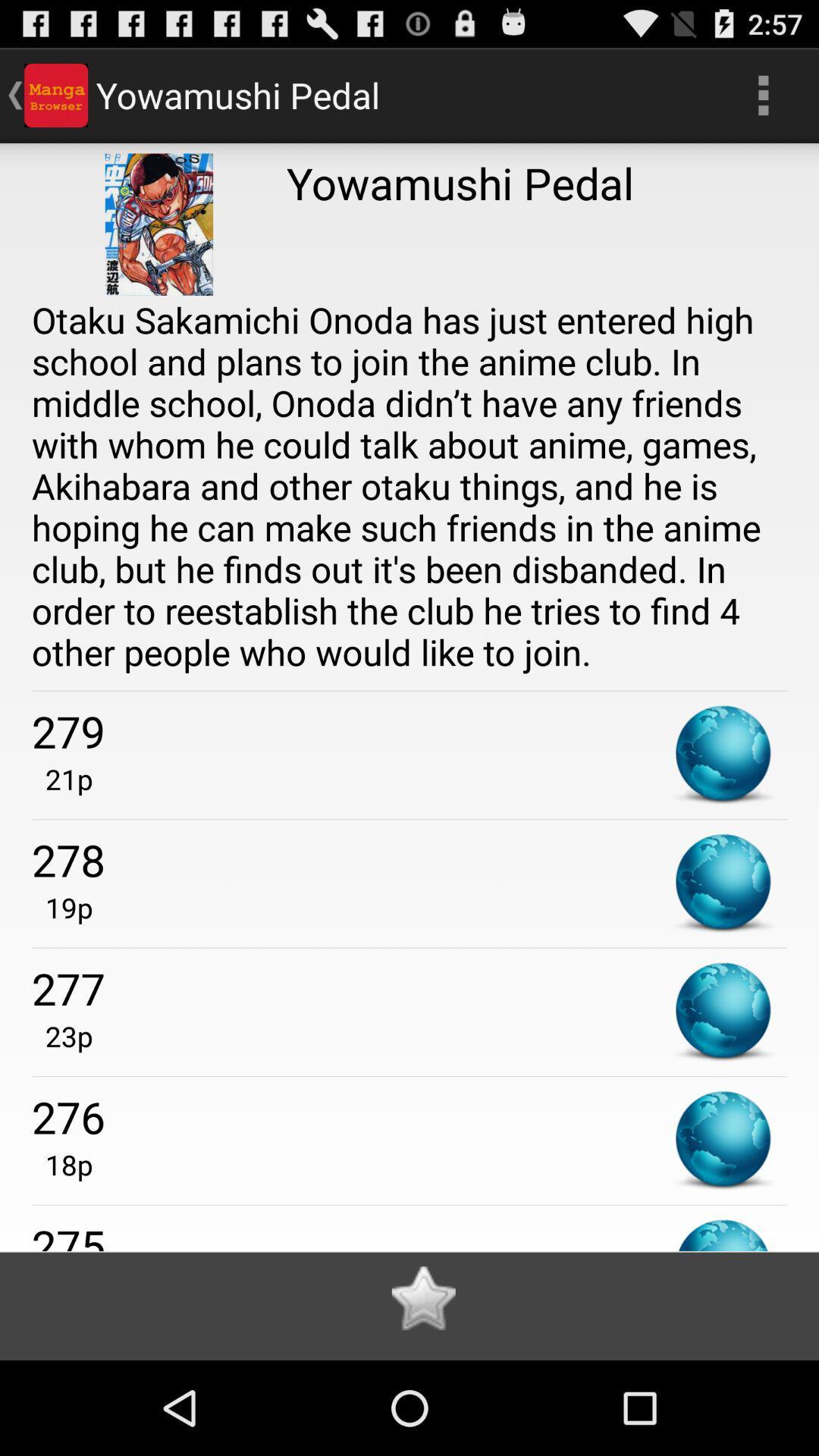 This screenshot has height=1456, width=819. I want to click on app above the   19p, so click(409, 859).